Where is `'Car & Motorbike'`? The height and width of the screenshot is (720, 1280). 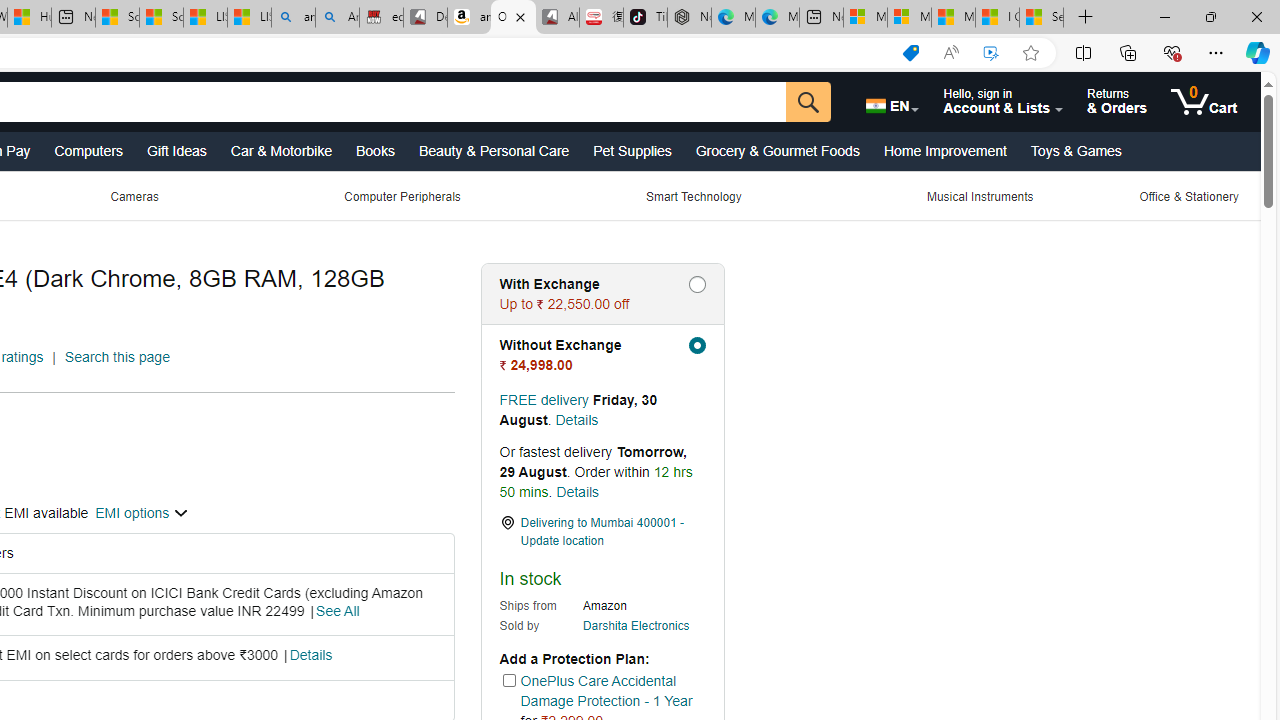
'Car & Motorbike' is located at coordinates (279, 149).